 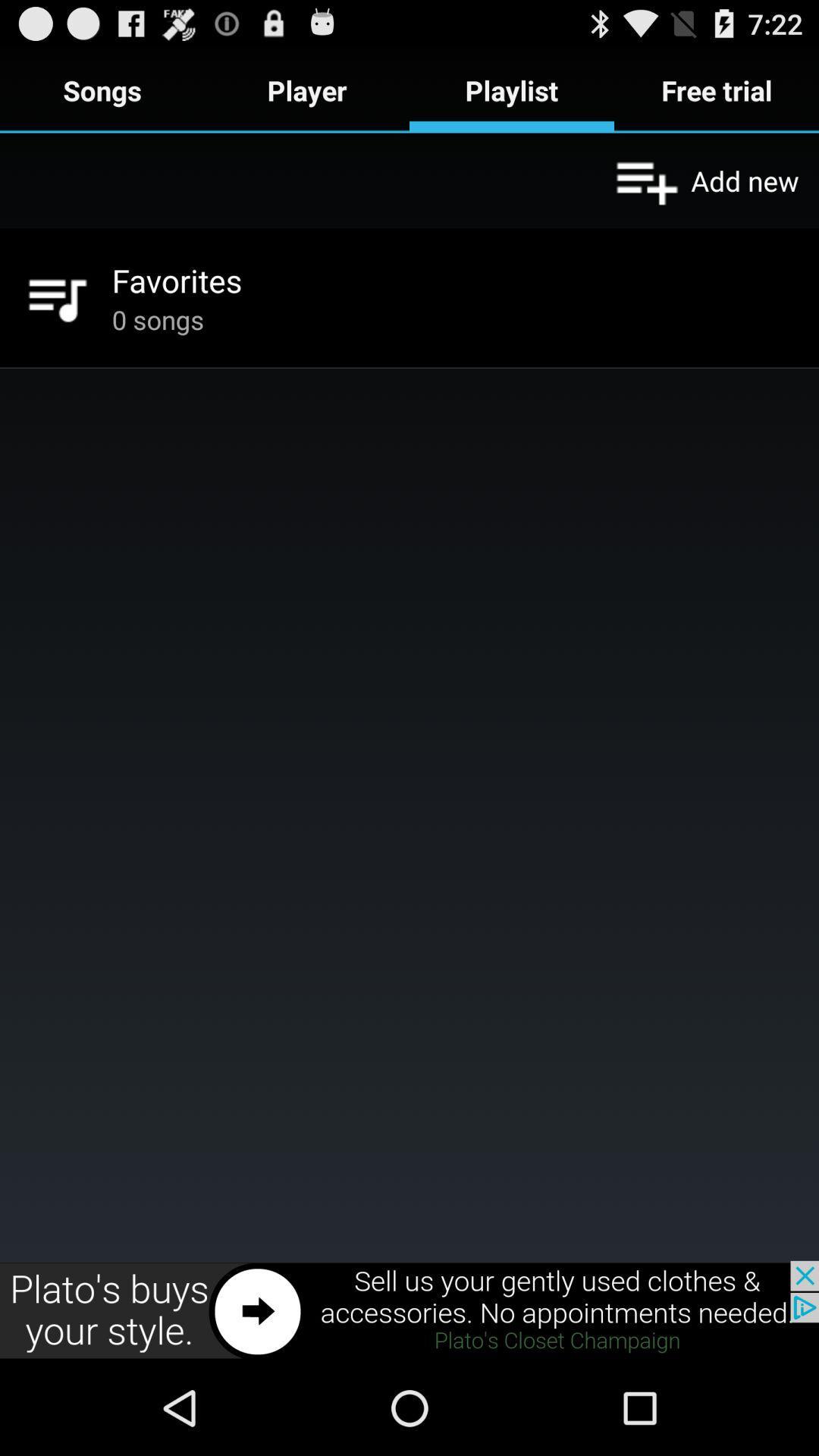 I want to click on click the advertisement, so click(x=409, y=1310).